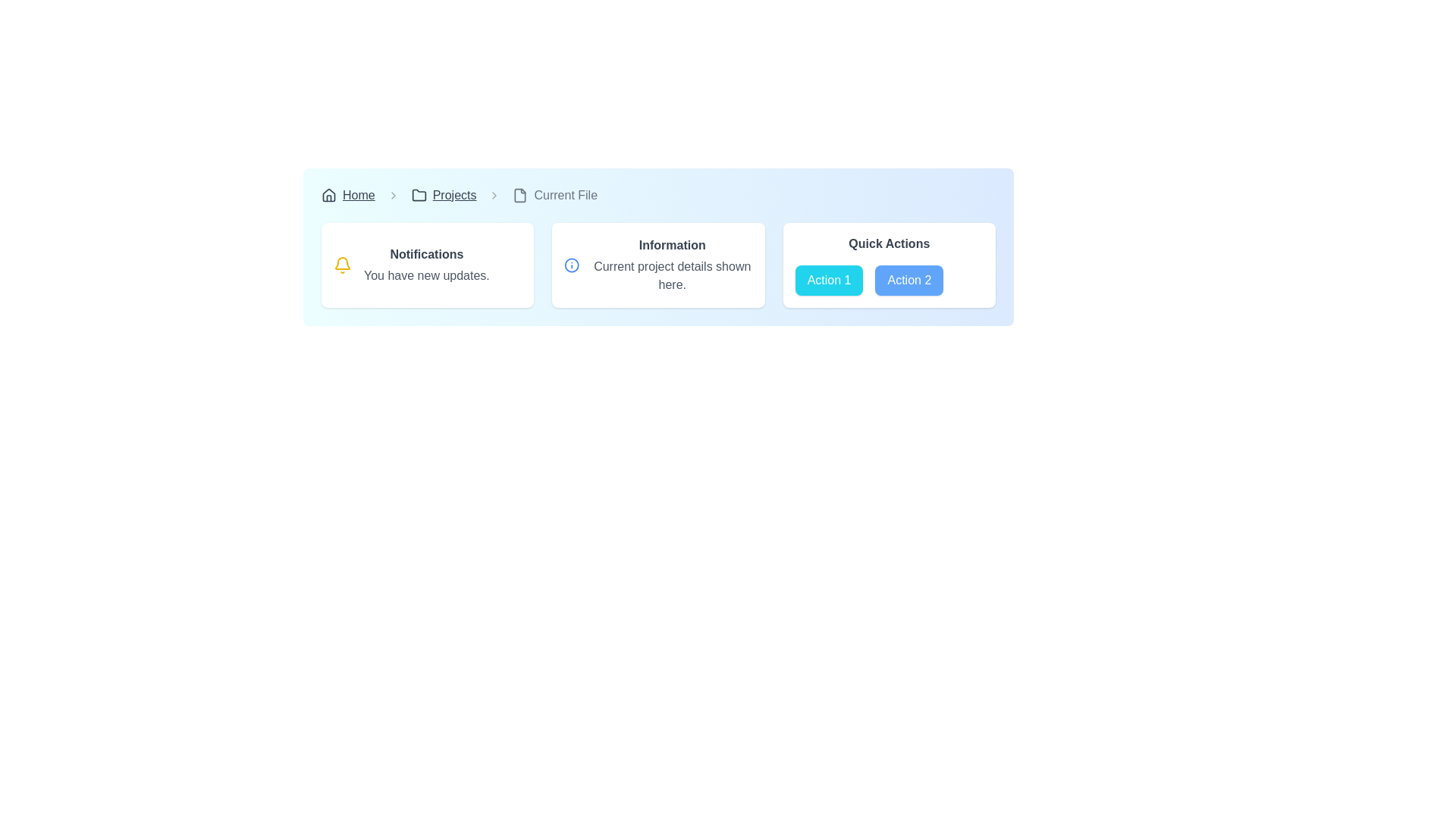 The image size is (1456, 819). What do you see at coordinates (453, 195) in the screenshot?
I see `the hyperlinked text labeled 'Projects'` at bounding box center [453, 195].